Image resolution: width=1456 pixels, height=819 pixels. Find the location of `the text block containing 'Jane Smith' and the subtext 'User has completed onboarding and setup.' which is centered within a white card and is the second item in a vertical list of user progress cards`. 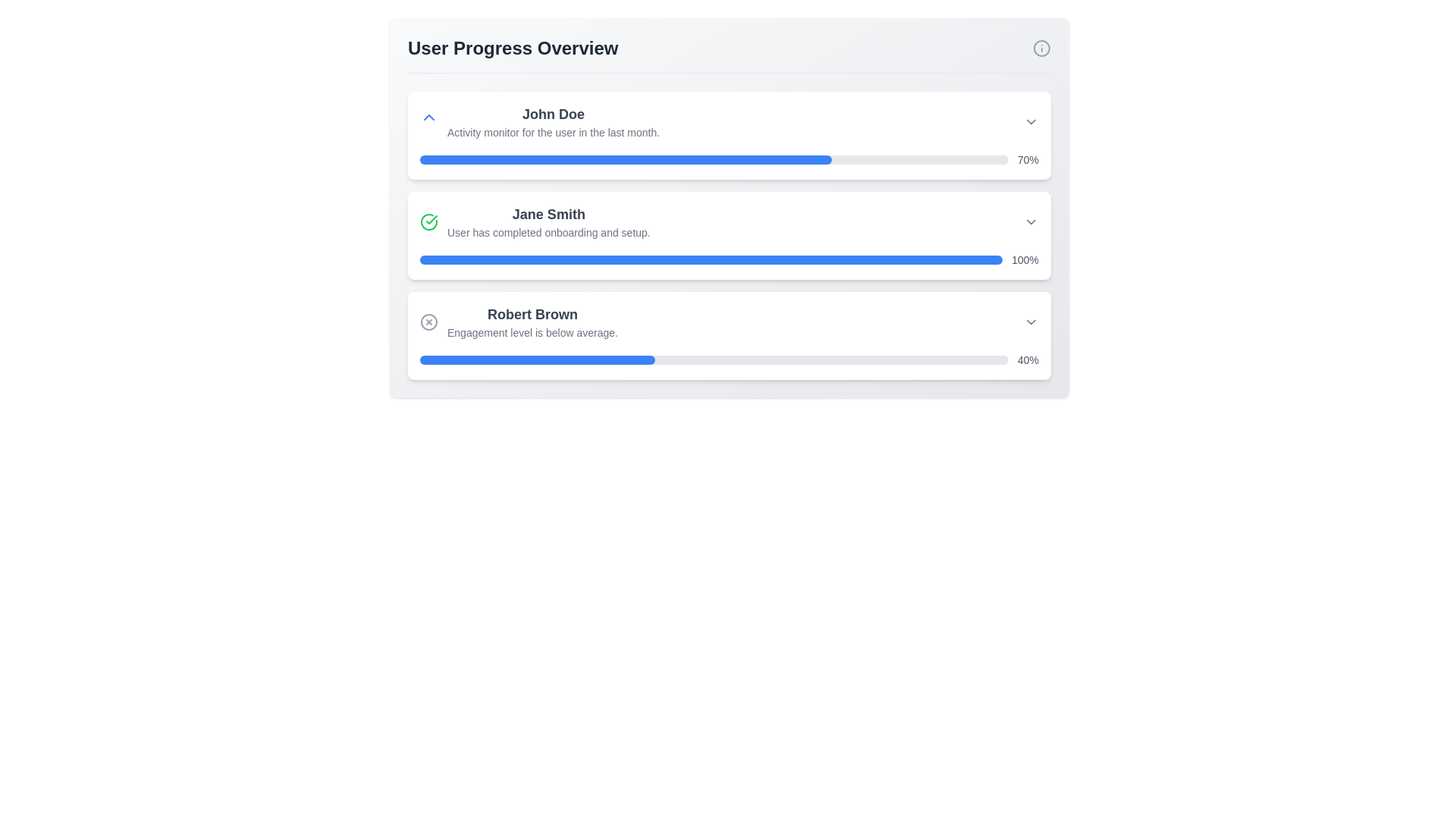

the text block containing 'Jane Smith' and the subtext 'User has completed onboarding and setup.' which is centered within a white card and is the second item in a vertical list of user progress cards is located at coordinates (548, 222).